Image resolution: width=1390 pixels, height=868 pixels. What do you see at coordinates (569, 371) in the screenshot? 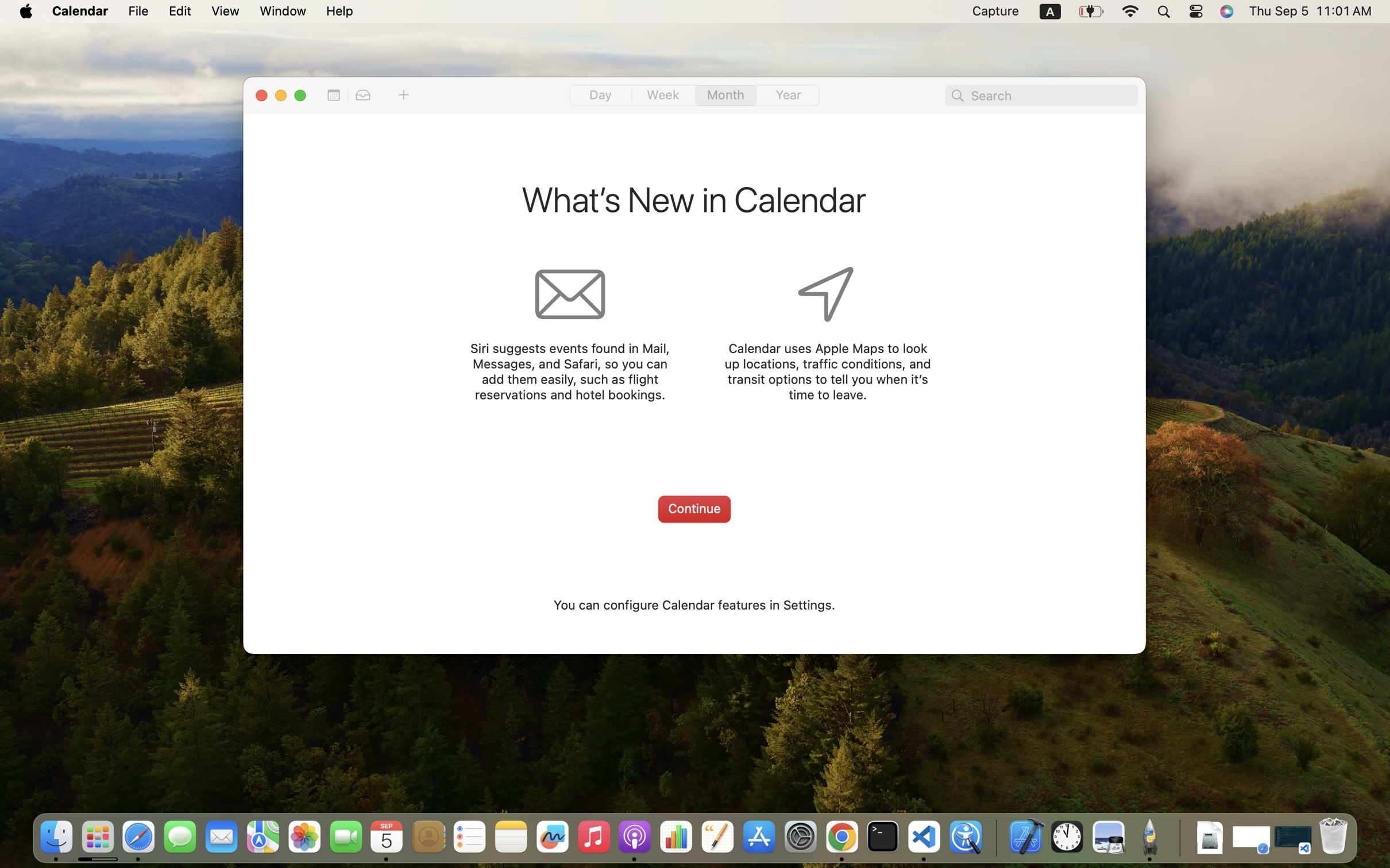
I see `'Siri suggests events found in Mail, Messages, and Safari, so you can add them easily, such as flight reservations and hotel bookings.'` at bounding box center [569, 371].